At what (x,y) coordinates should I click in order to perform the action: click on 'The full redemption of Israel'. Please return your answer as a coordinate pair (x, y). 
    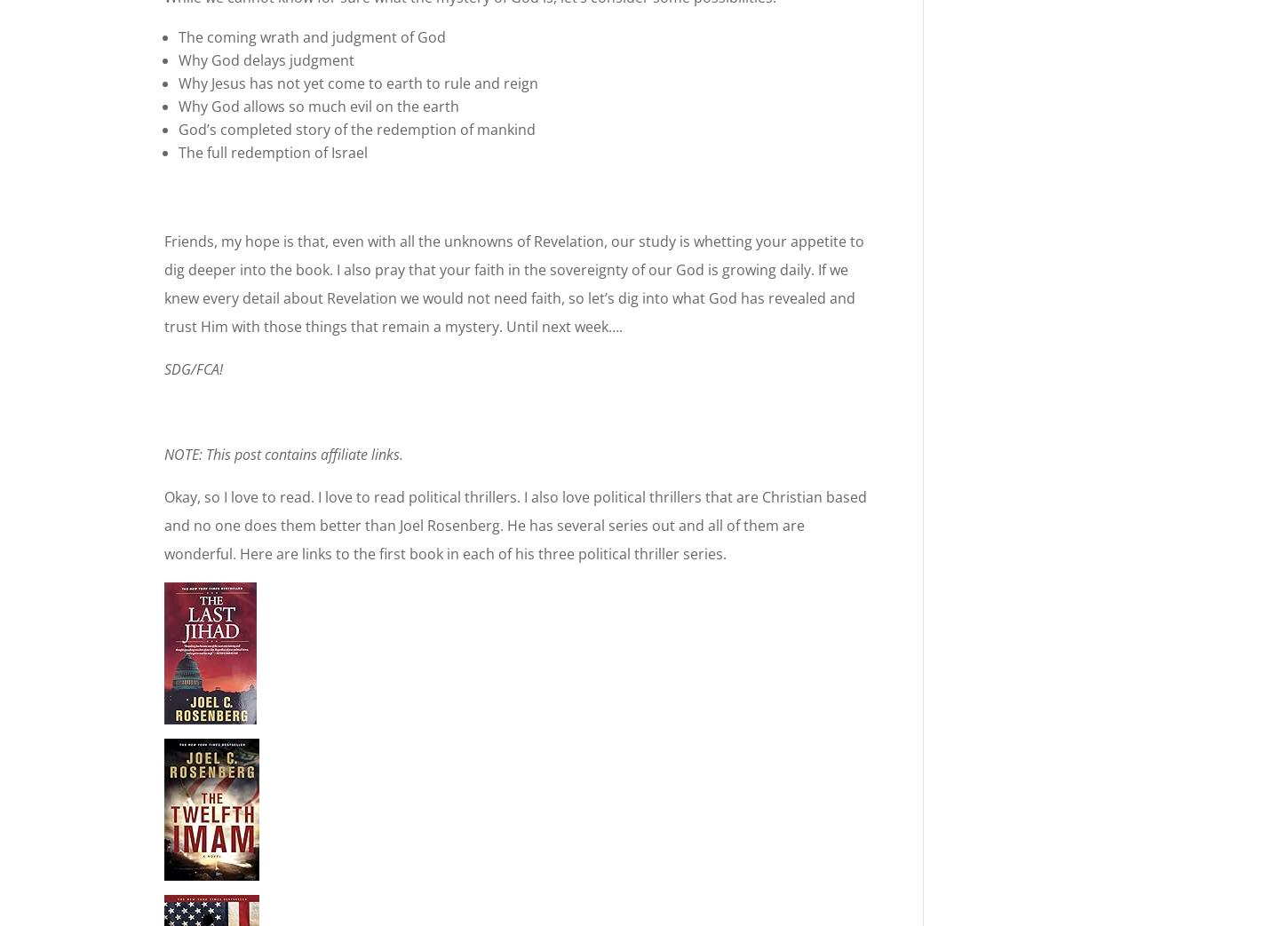
    Looking at the image, I should click on (273, 151).